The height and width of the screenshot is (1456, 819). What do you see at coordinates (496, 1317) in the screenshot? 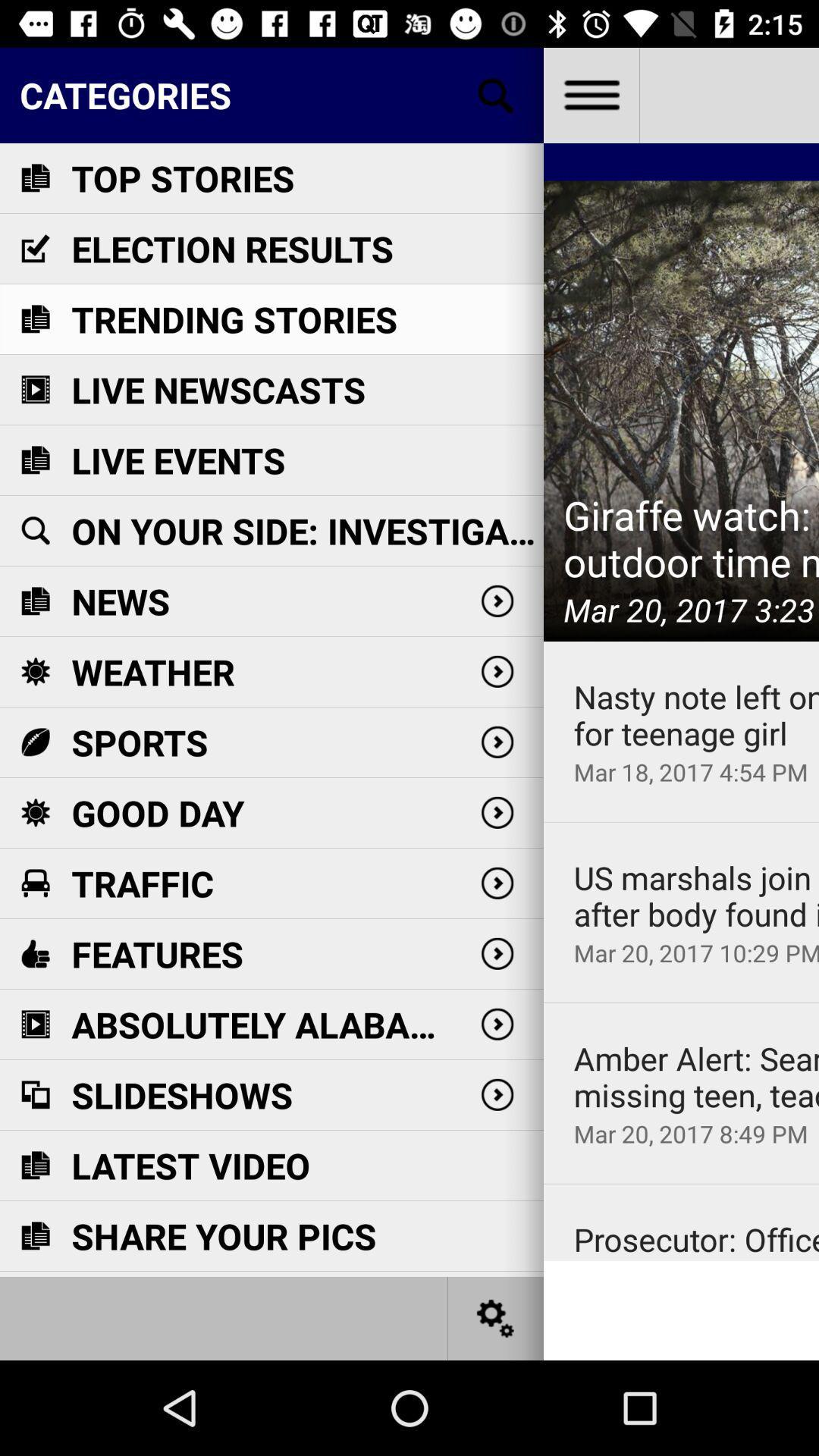
I see `setting` at bounding box center [496, 1317].